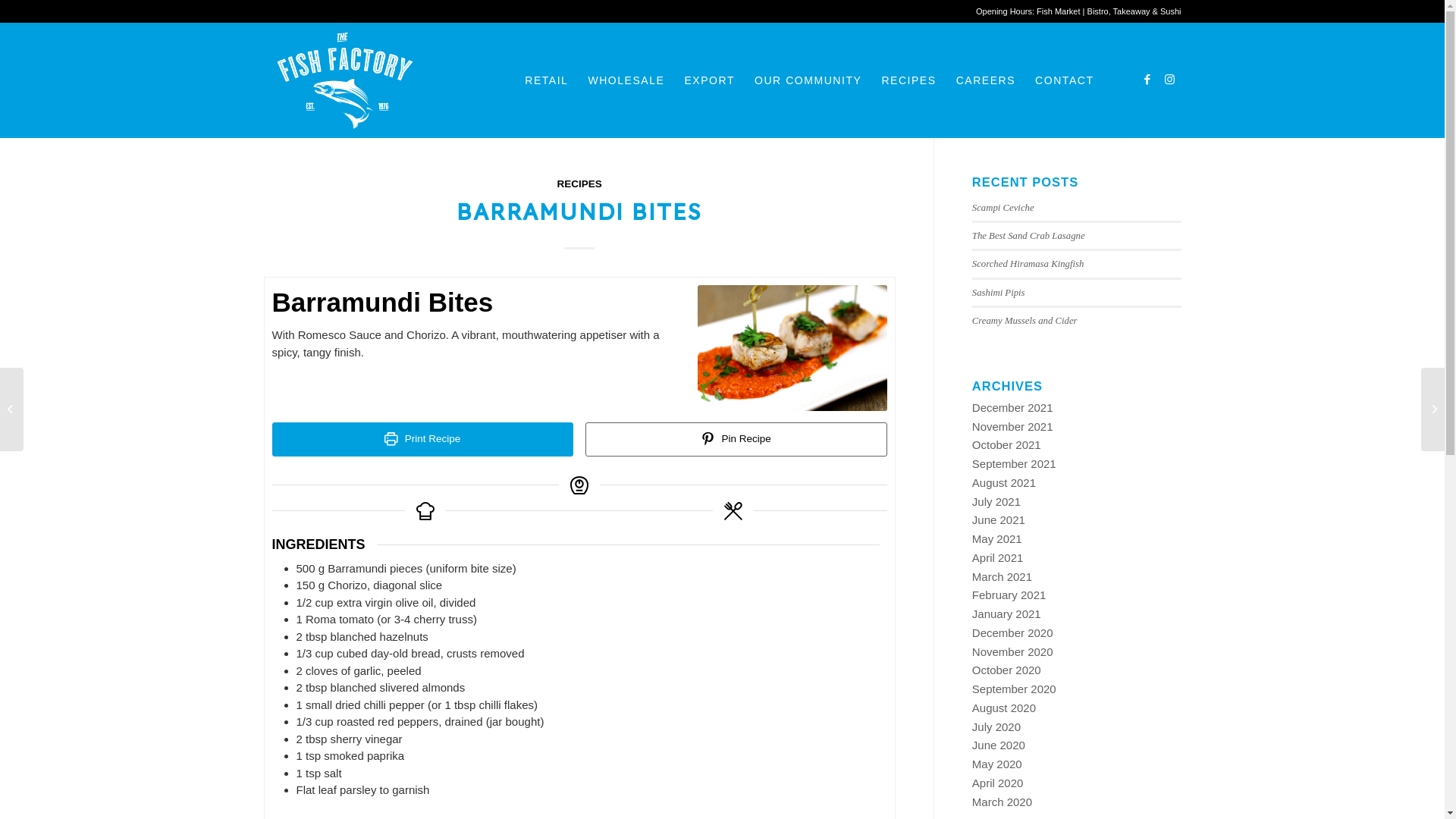  What do you see at coordinates (546, 80) in the screenshot?
I see `'RETAIL'` at bounding box center [546, 80].